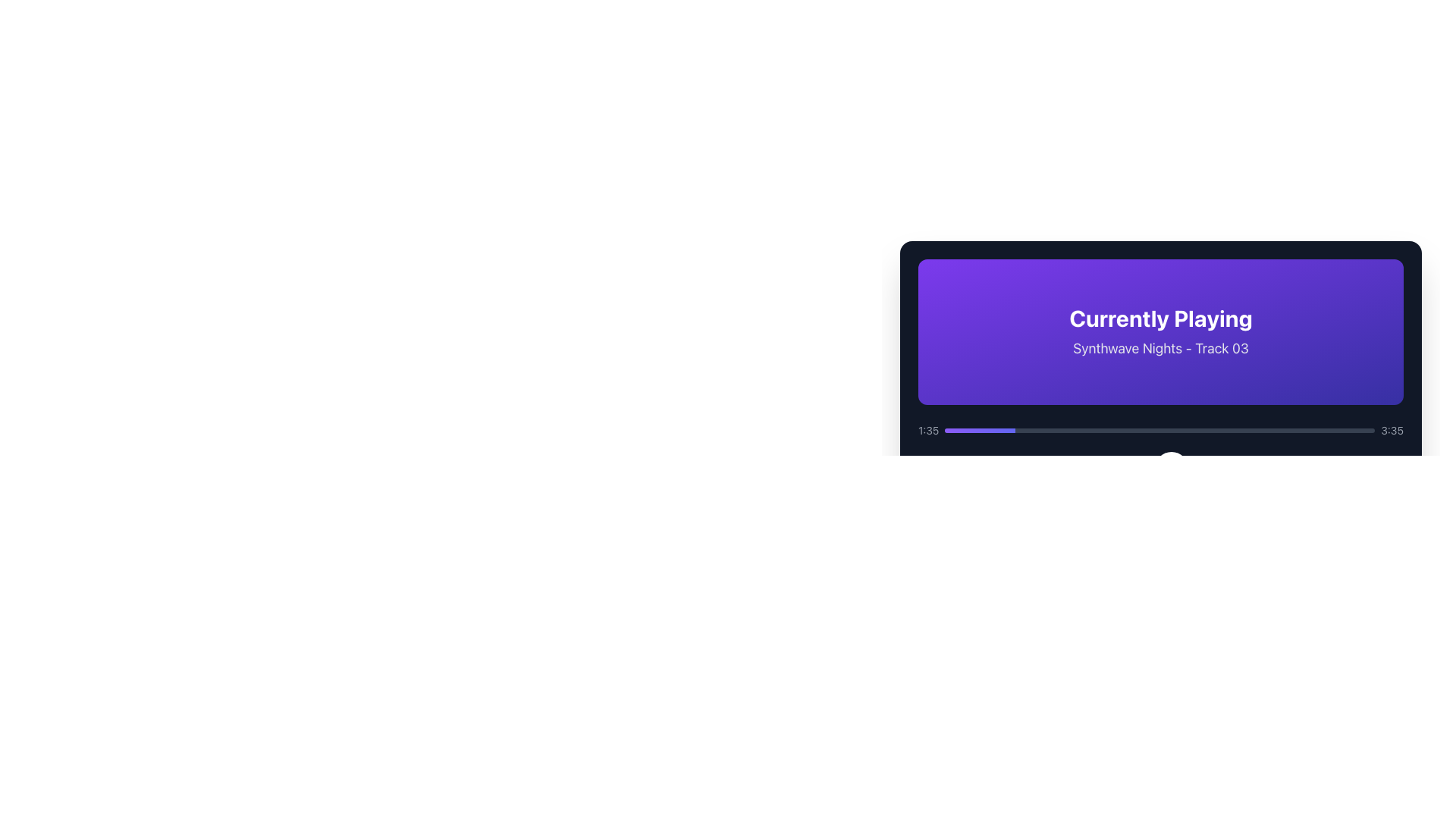 The width and height of the screenshot is (1456, 819). Describe the element at coordinates (959, 430) in the screenshot. I see `the playback position` at that location.